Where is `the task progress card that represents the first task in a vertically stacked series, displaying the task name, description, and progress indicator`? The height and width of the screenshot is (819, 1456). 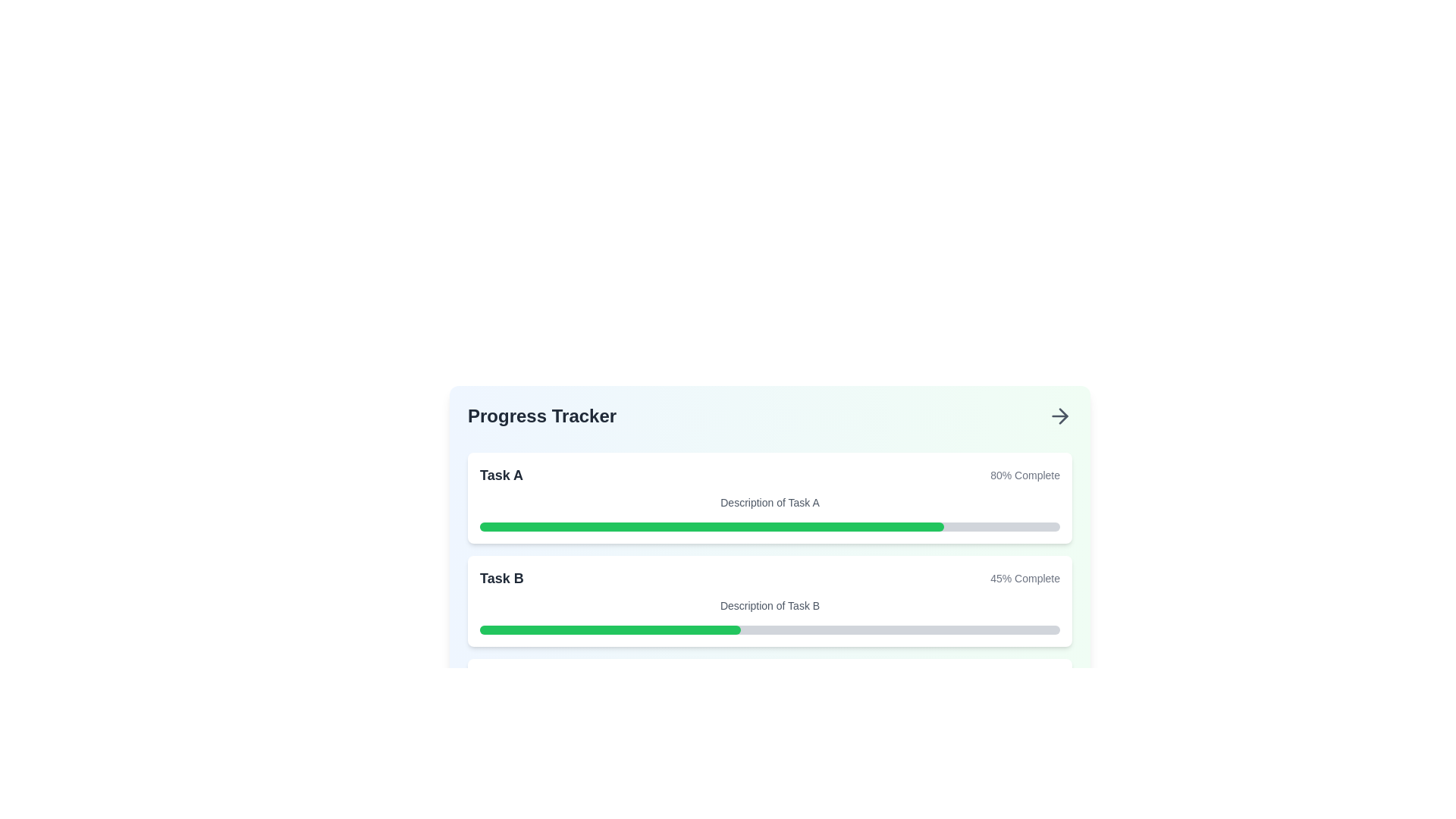 the task progress card that represents the first task in a vertically stacked series, displaying the task name, description, and progress indicator is located at coordinates (770, 497).